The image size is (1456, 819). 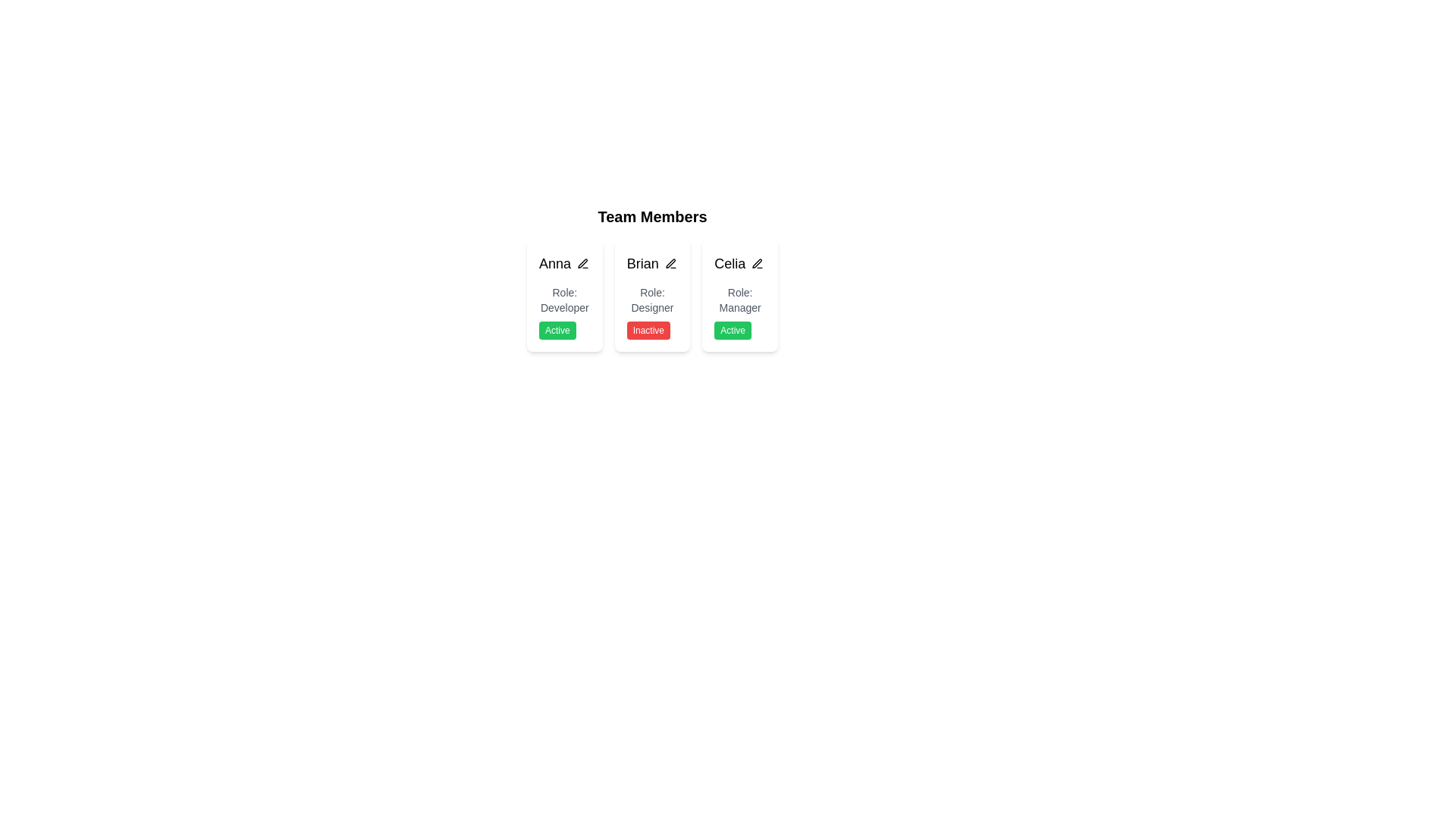 What do you see at coordinates (652, 216) in the screenshot?
I see `the title text that describes the team members section, which is centrally located above the team member profiles grid` at bounding box center [652, 216].